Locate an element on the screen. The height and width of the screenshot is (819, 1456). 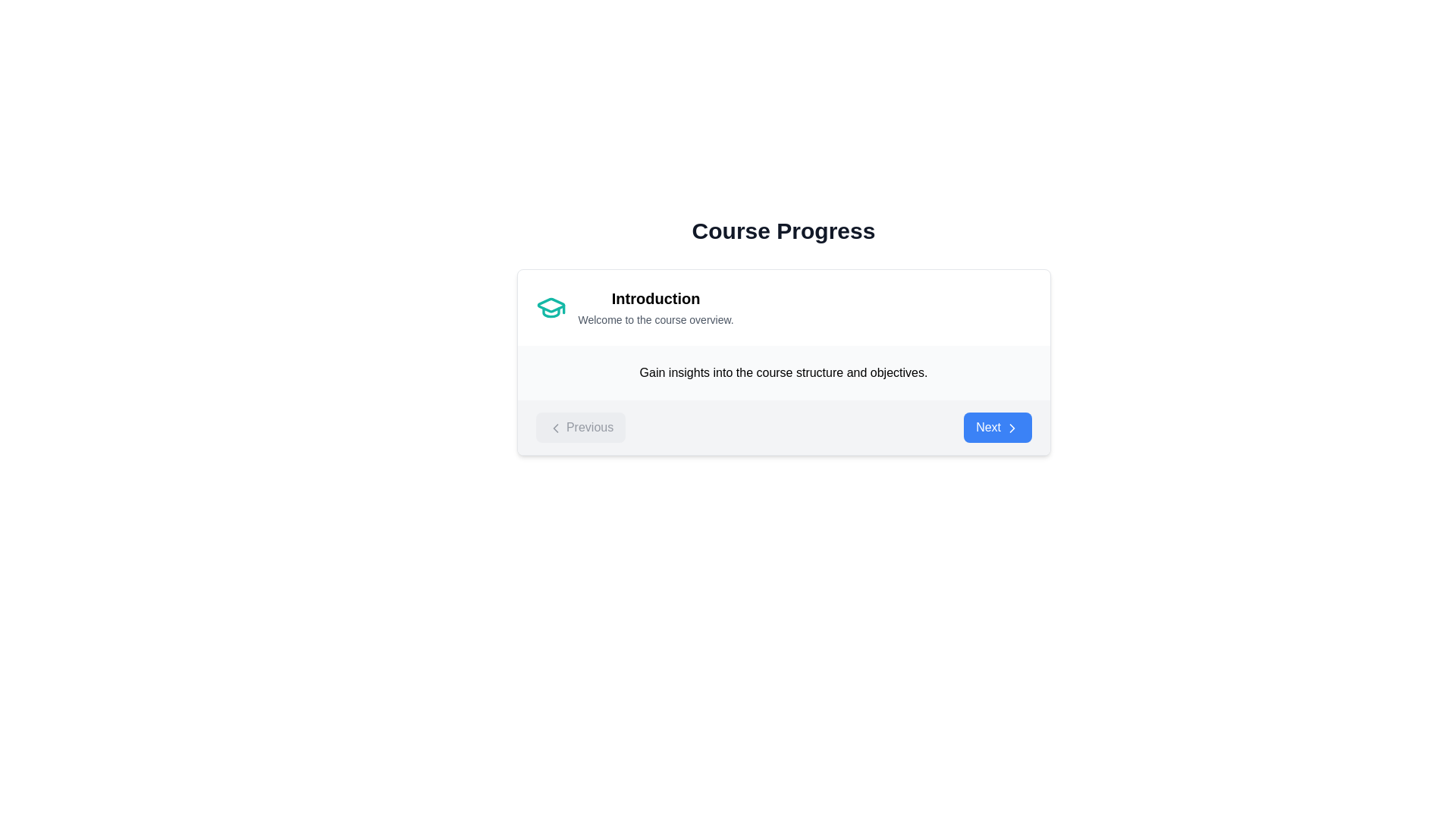
the chevron icon representing the 'Next' button located at the bottom-right corner of the content card is located at coordinates (1012, 428).